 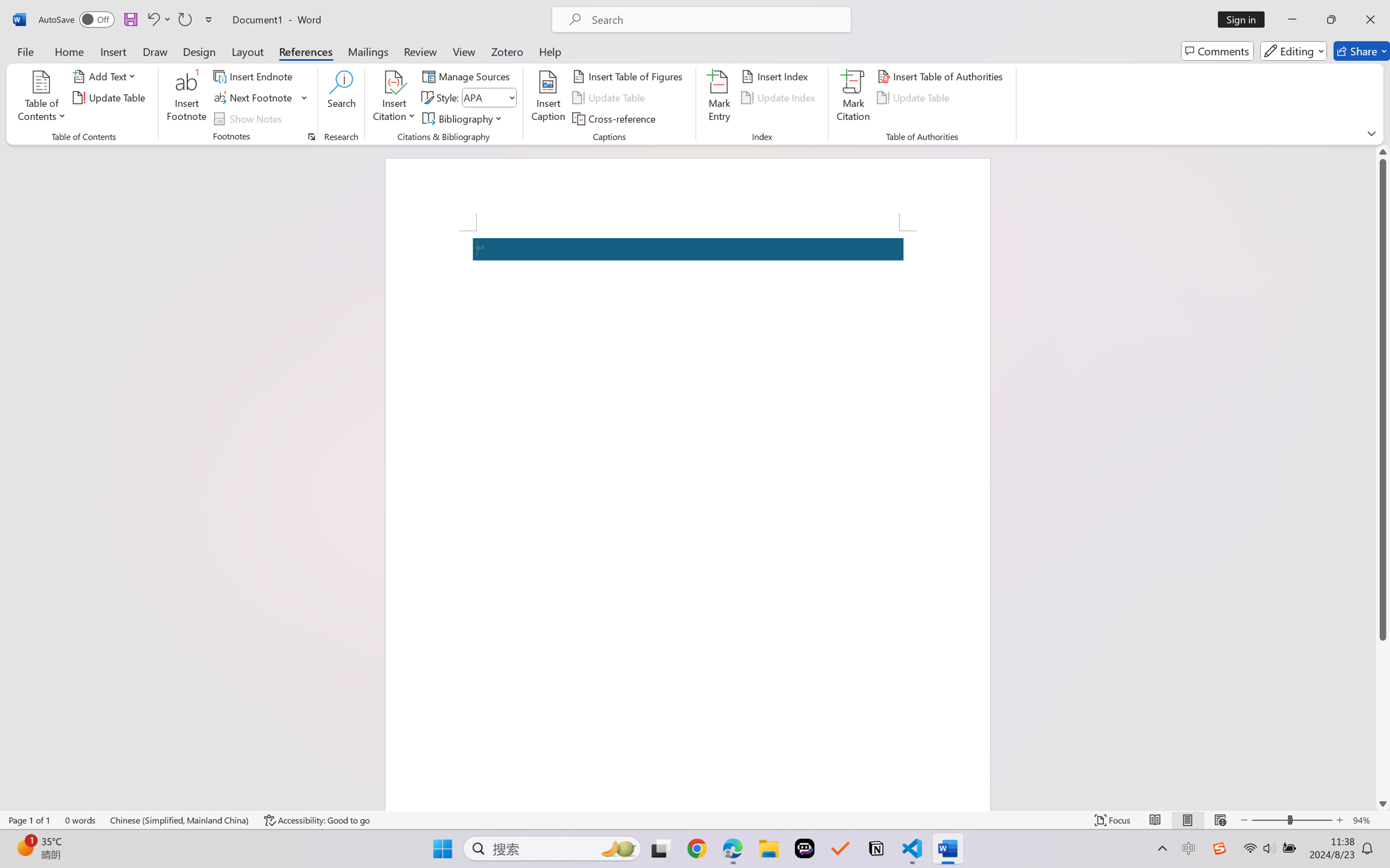 I want to click on 'Next Footnote', so click(x=261, y=98).